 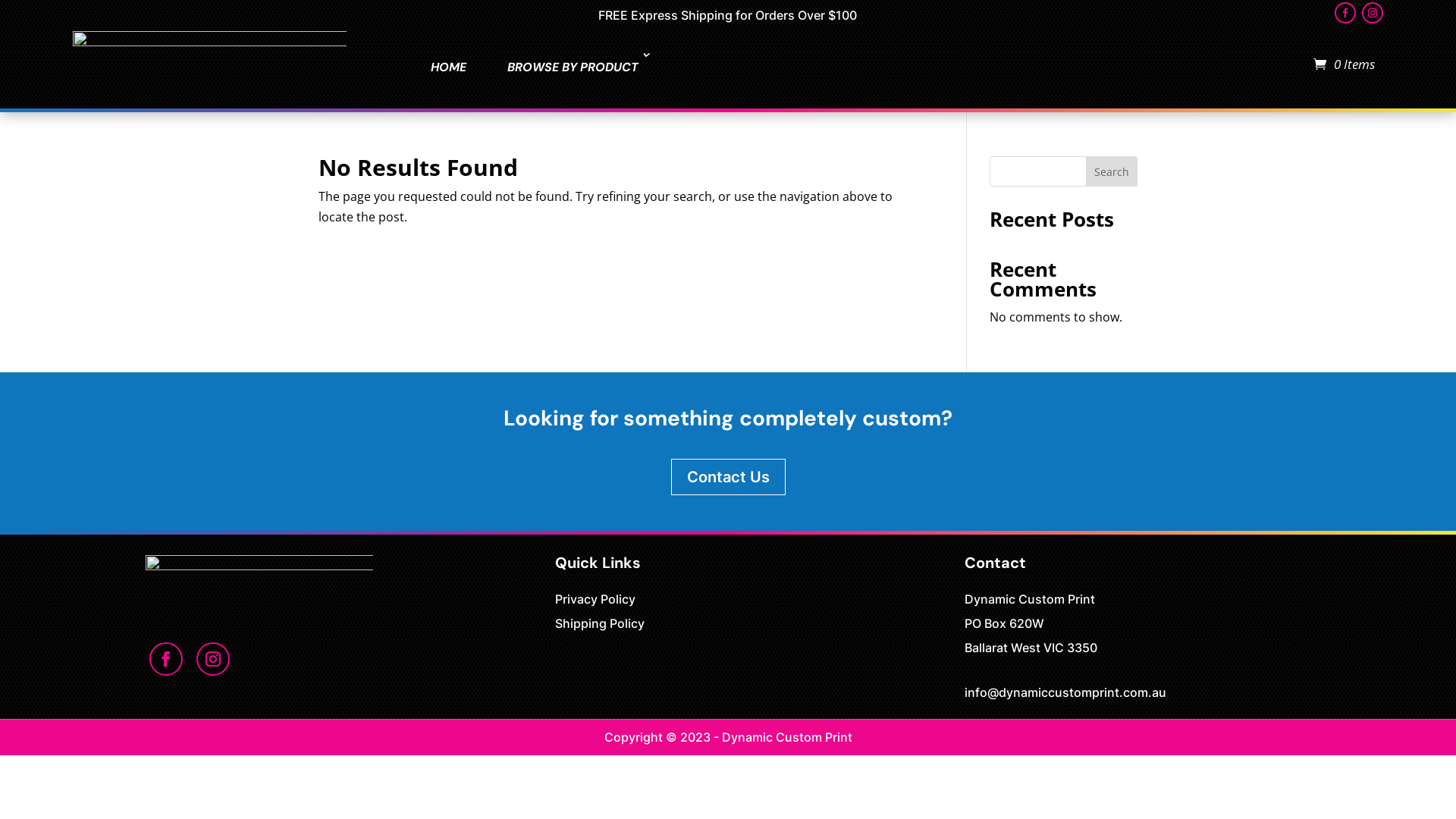 I want to click on 'Follow on Facebook', so click(x=1345, y=12).